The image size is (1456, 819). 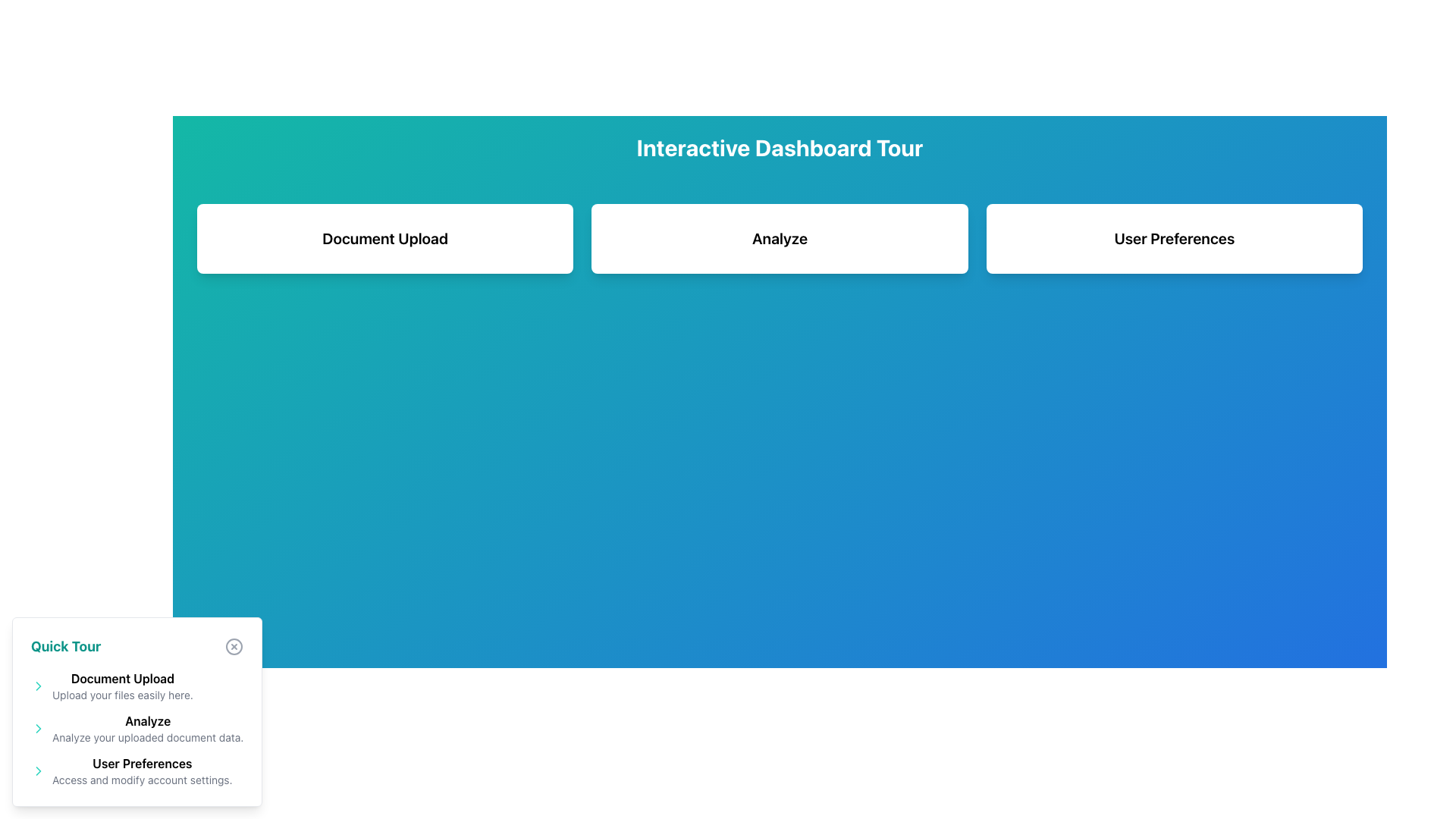 I want to click on the right-pointing teal chevron icon next to the 'User Preferences' text in the 'Quick Tour' card, so click(x=39, y=771).